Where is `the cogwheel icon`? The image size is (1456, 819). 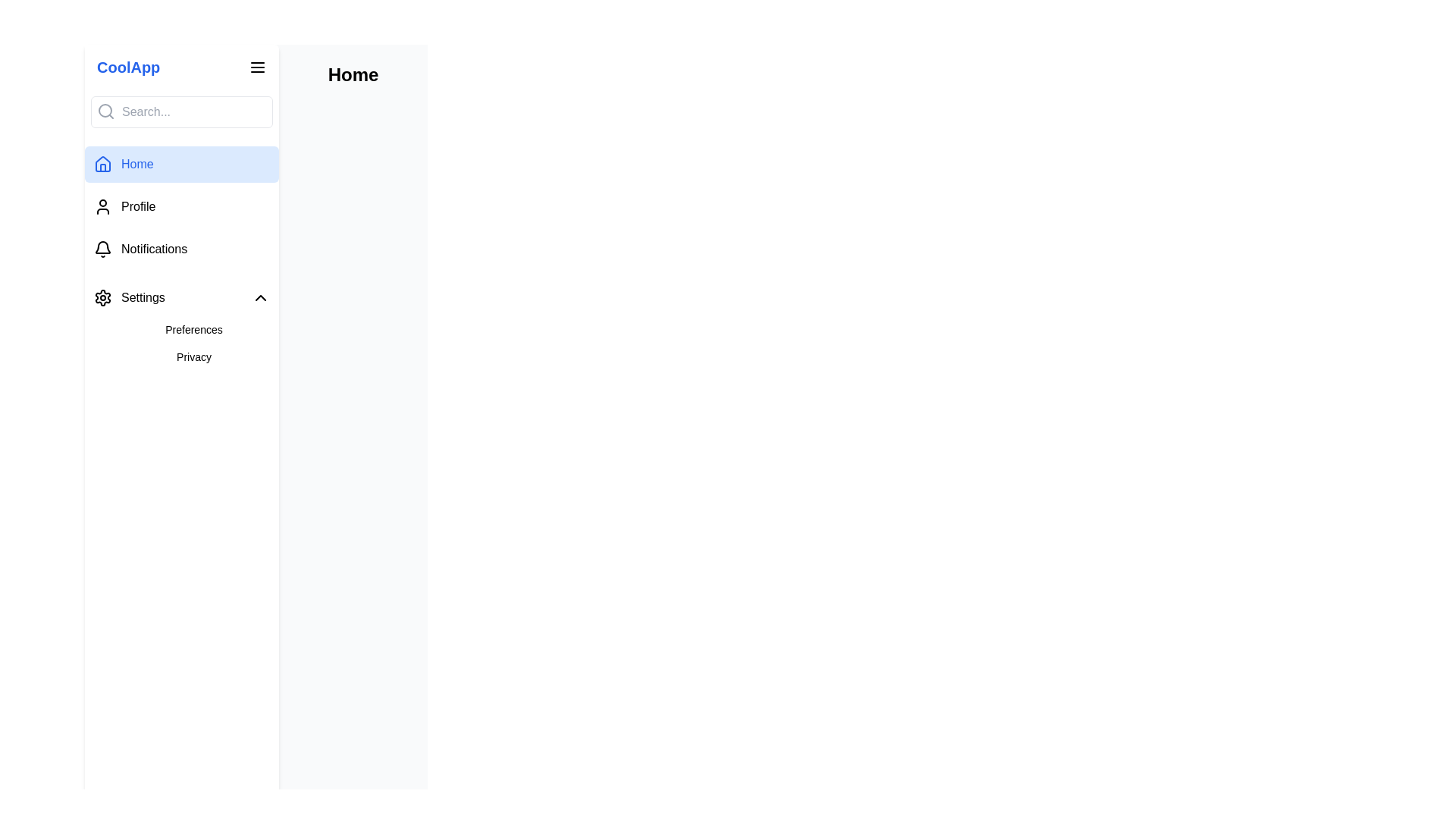 the cogwheel icon is located at coordinates (102, 298).